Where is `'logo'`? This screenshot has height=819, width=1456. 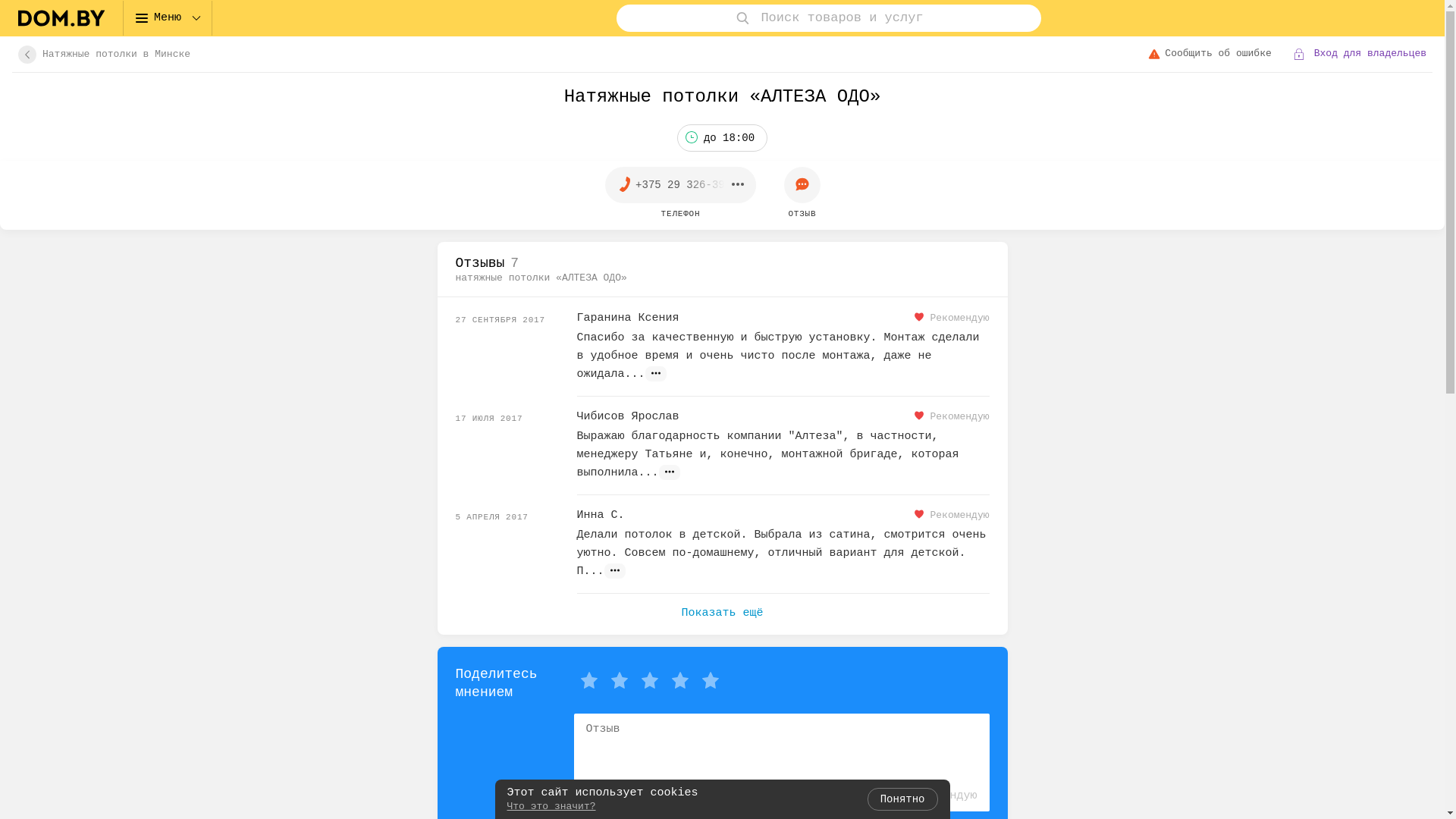 'logo' is located at coordinates (61, 17).